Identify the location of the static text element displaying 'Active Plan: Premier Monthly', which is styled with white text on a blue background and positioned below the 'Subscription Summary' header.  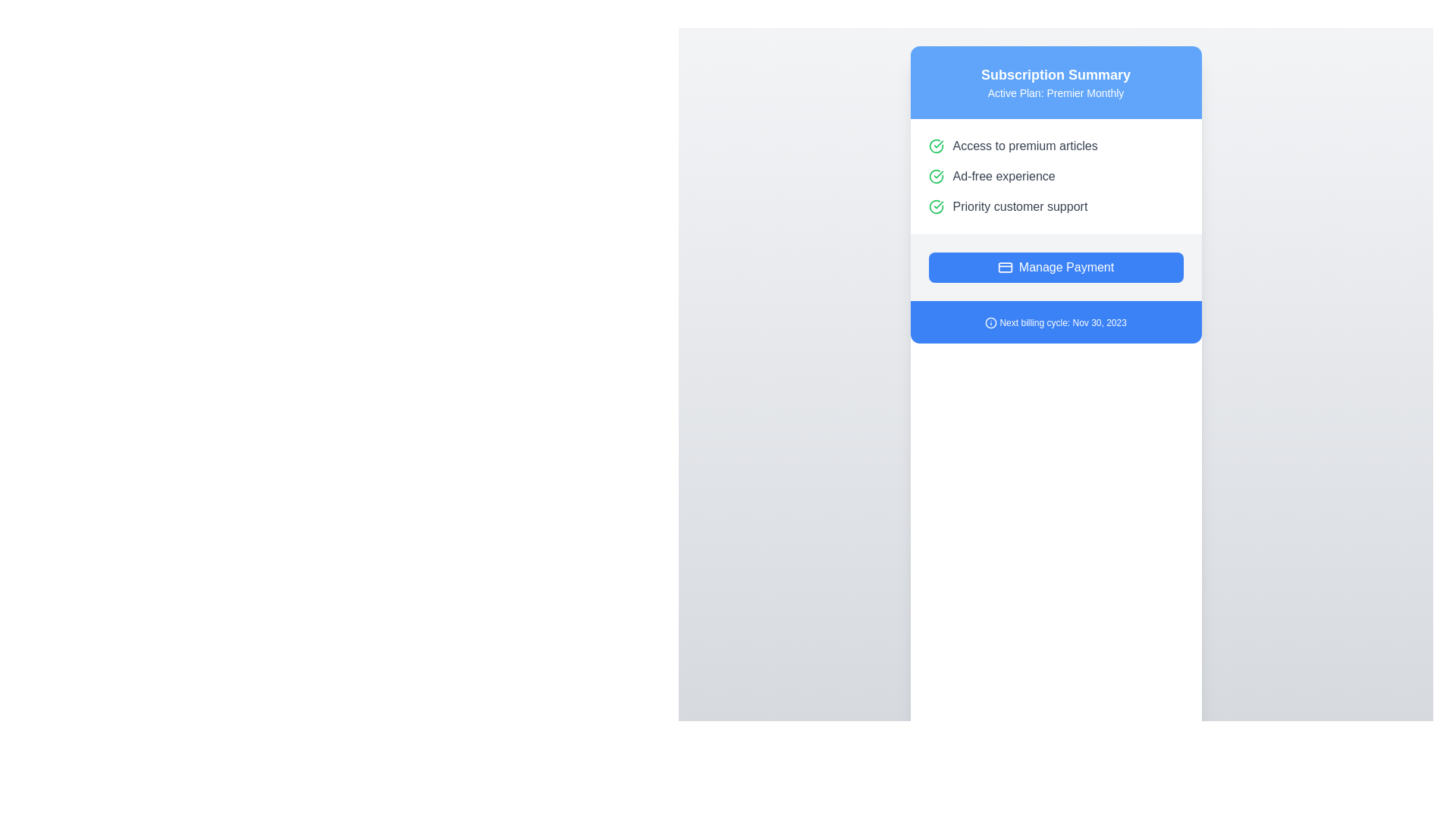
(1055, 93).